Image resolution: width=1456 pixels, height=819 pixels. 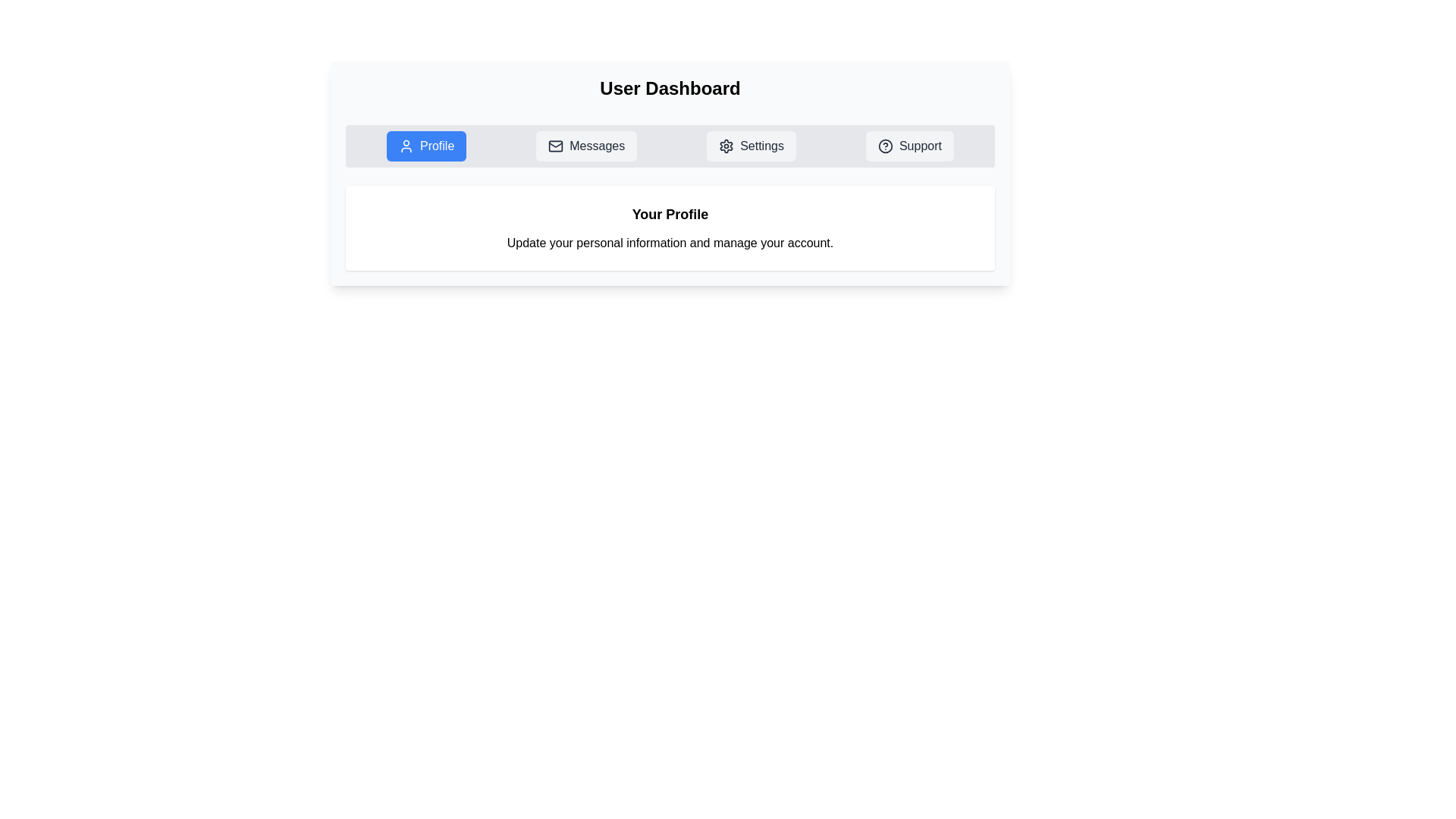 What do you see at coordinates (436, 146) in the screenshot?
I see `the 'Profile' text label inside the button` at bounding box center [436, 146].